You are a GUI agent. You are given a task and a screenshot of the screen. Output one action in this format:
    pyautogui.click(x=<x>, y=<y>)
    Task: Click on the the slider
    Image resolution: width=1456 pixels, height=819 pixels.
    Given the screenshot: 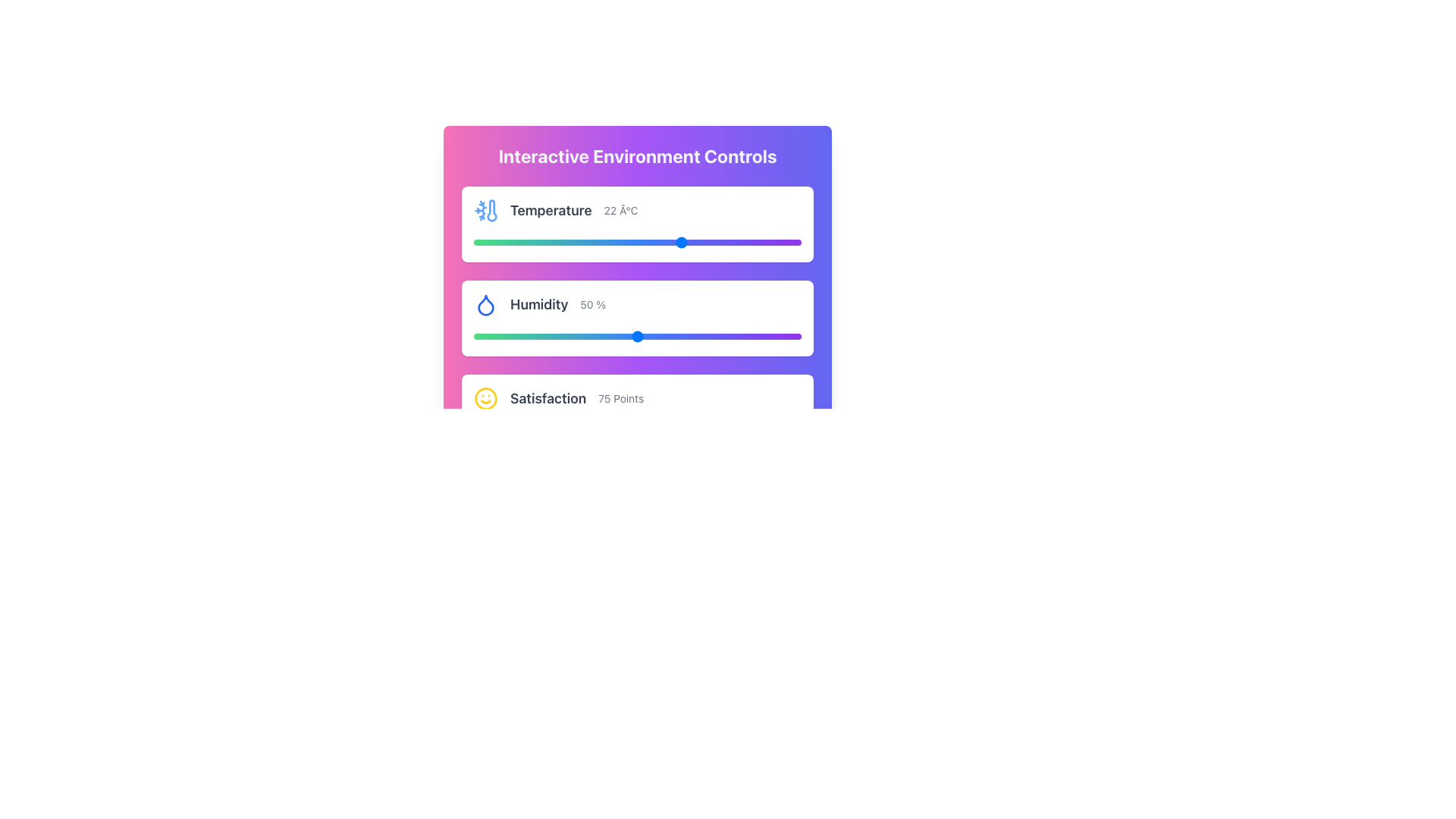 What is the action you would take?
    pyautogui.click(x=487, y=242)
    